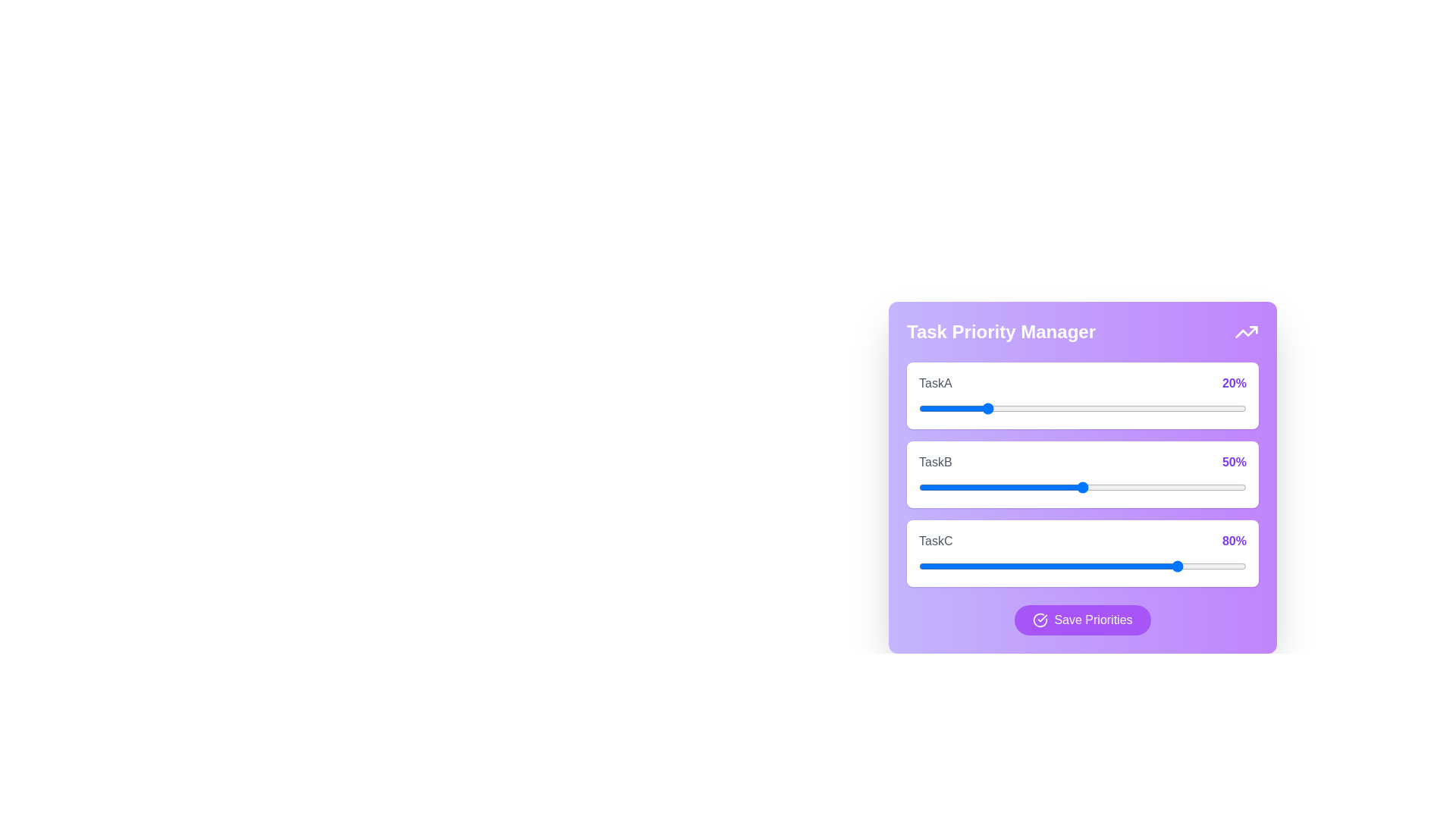 This screenshot has height=819, width=1456. What do you see at coordinates (1046, 408) in the screenshot?
I see `the priority of TaskA to 39%` at bounding box center [1046, 408].